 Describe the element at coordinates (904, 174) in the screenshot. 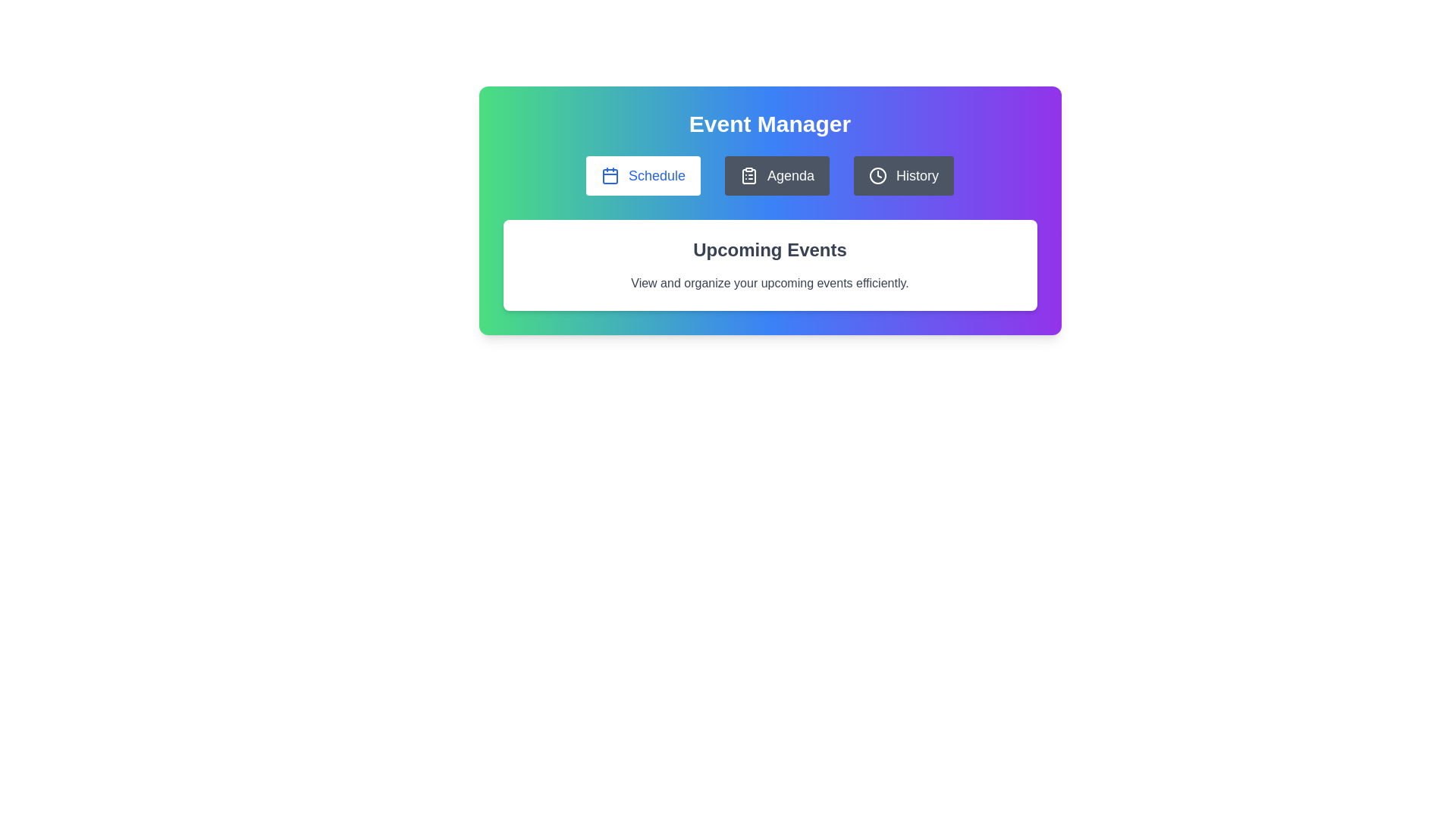

I see `the 'History' button, which is the third button in the navigation bar featuring a clock icon and white text on a dark gray background, to change its visual state` at that location.